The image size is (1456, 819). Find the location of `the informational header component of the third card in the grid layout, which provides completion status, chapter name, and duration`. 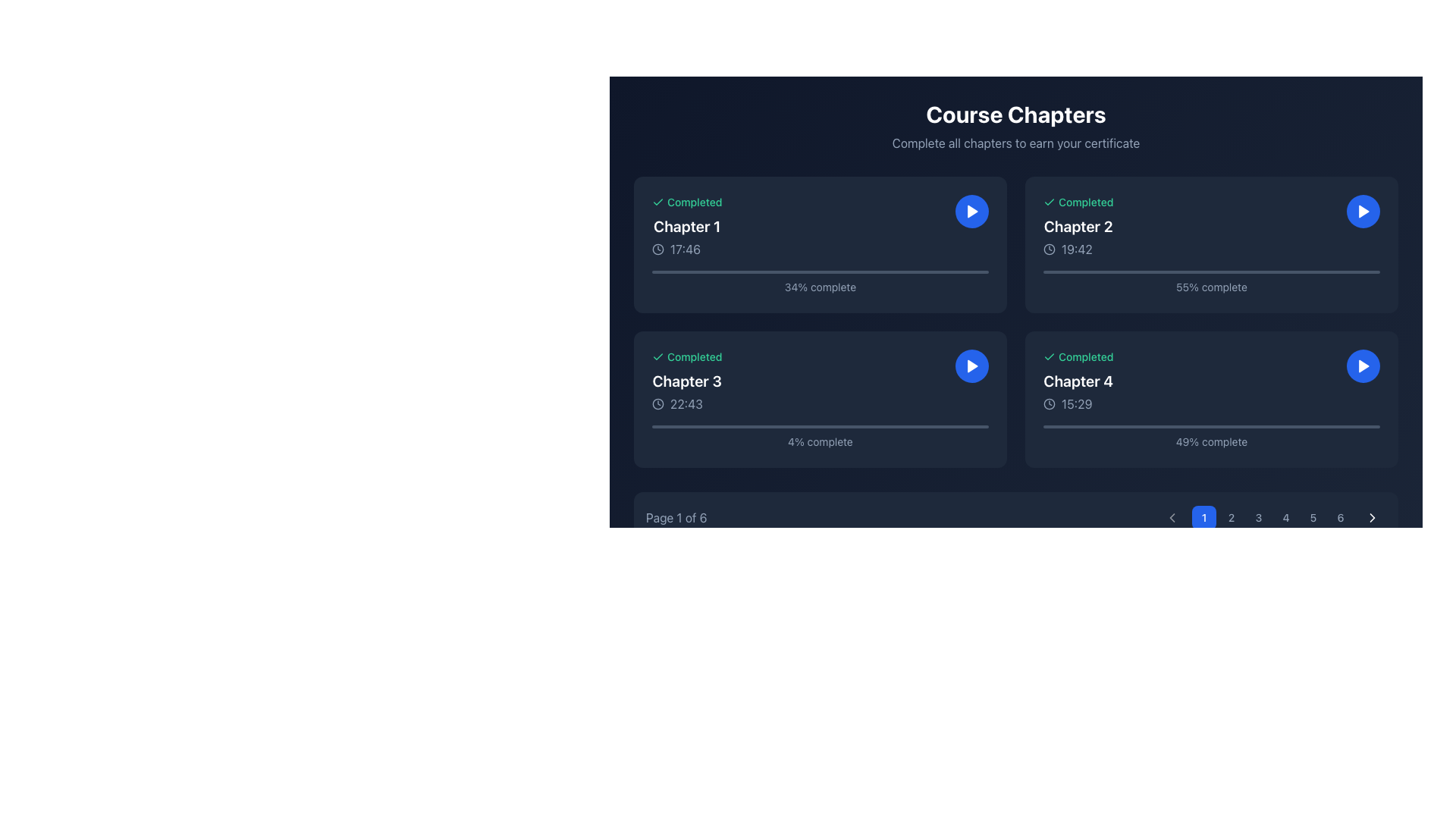

the informational header component of the third card in the grid layout, which provides completion status, chapter name, and duration is located at coordinates (686, 380).